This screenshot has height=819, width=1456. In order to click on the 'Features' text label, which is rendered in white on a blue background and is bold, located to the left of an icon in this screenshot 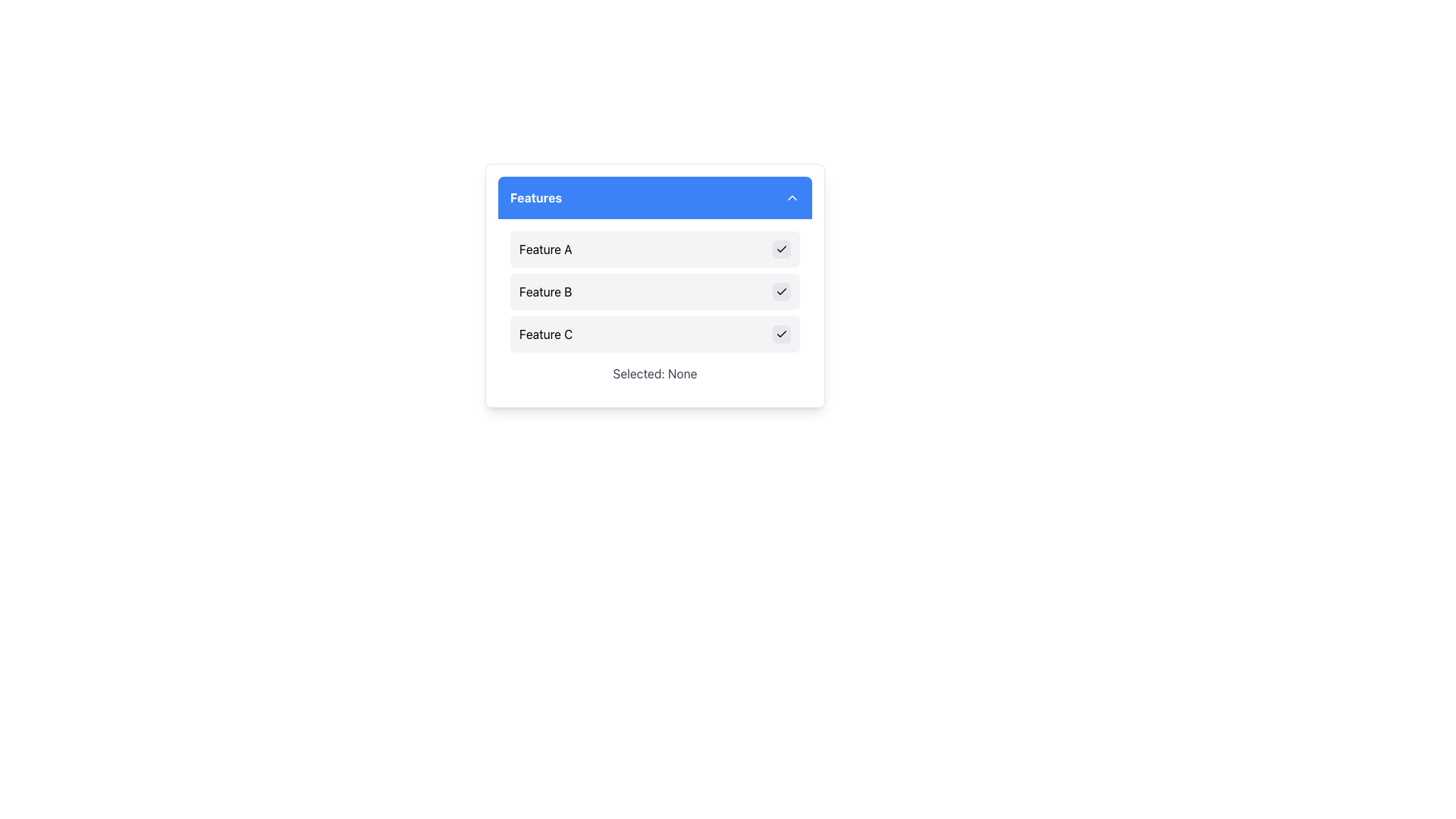, I will do `click(536, 197)`.